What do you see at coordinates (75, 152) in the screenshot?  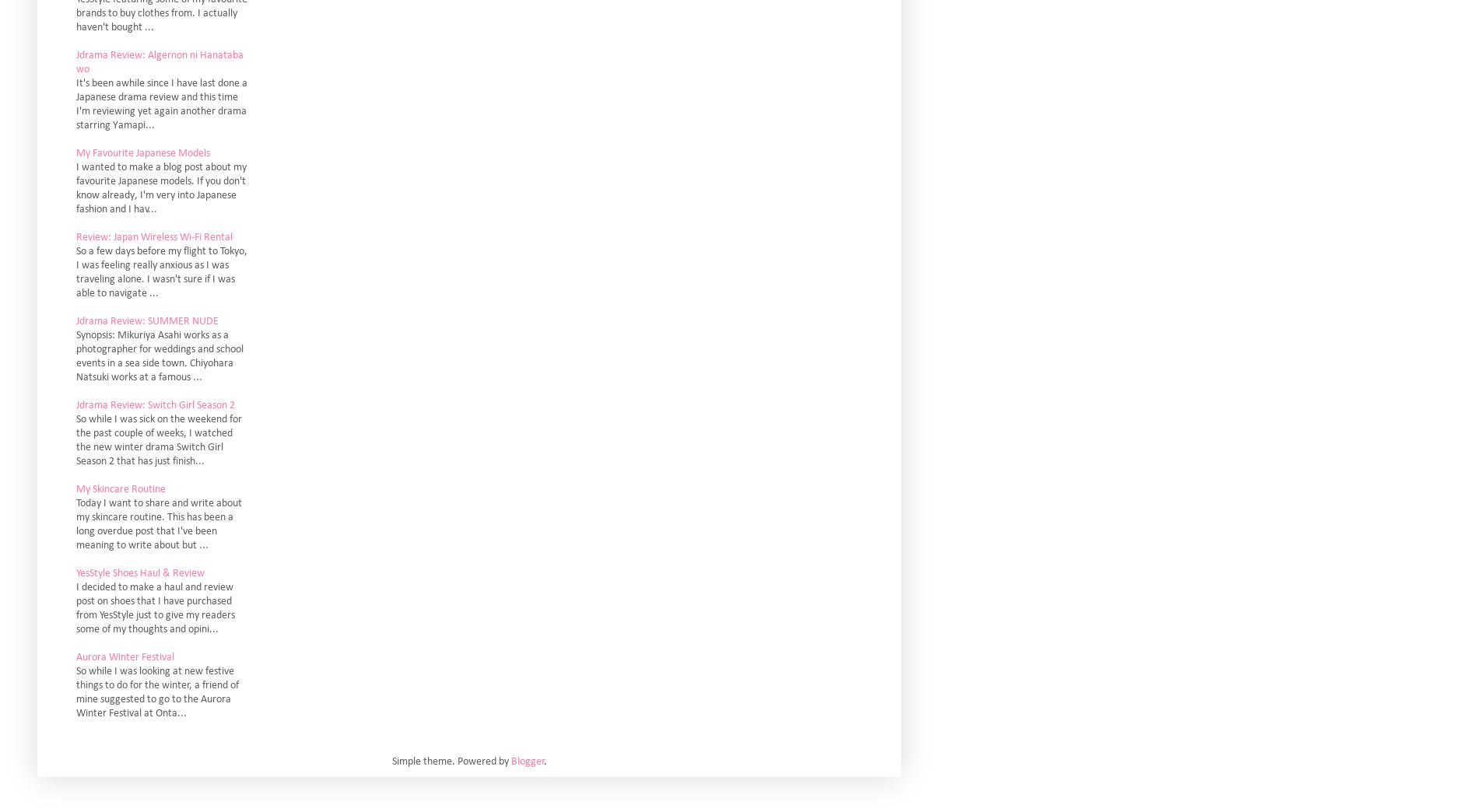 I see `'My Favourite Japanese Models'` at bounding box center [75, 152].